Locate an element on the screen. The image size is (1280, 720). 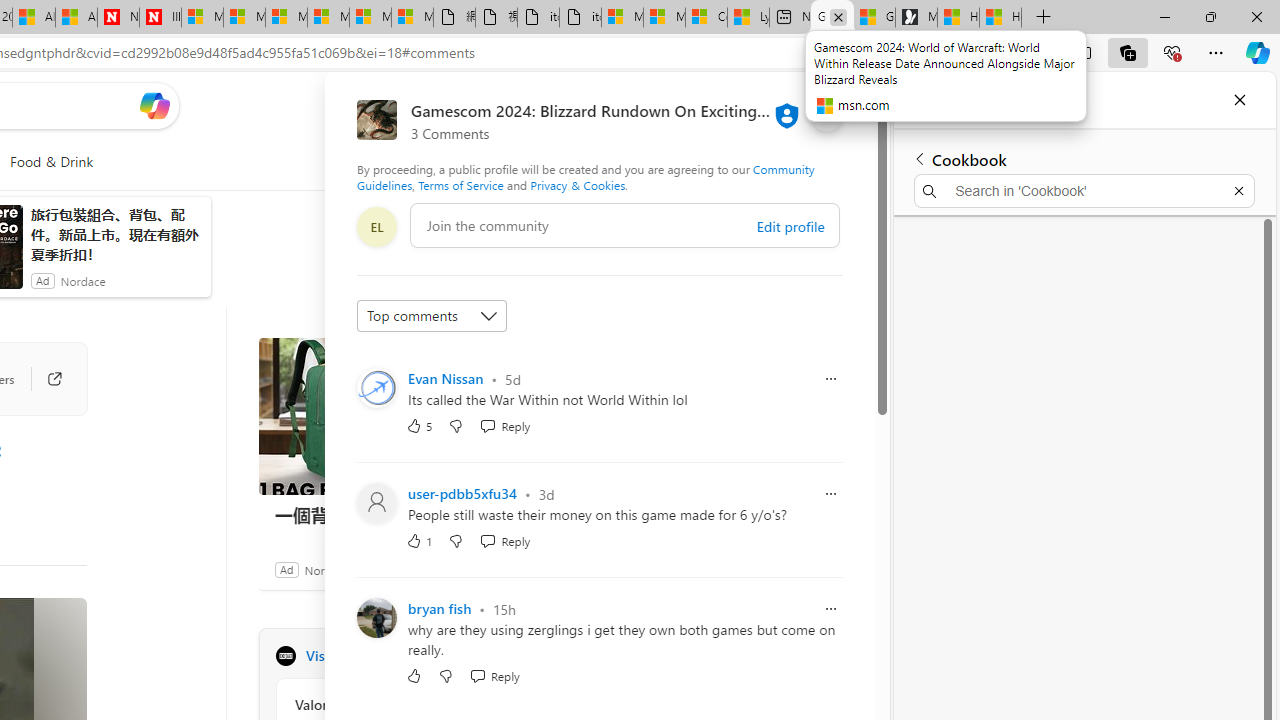
'Newsweek - News, Analysis, Politics, Business, Technology' is located at coordinates (118, 17).